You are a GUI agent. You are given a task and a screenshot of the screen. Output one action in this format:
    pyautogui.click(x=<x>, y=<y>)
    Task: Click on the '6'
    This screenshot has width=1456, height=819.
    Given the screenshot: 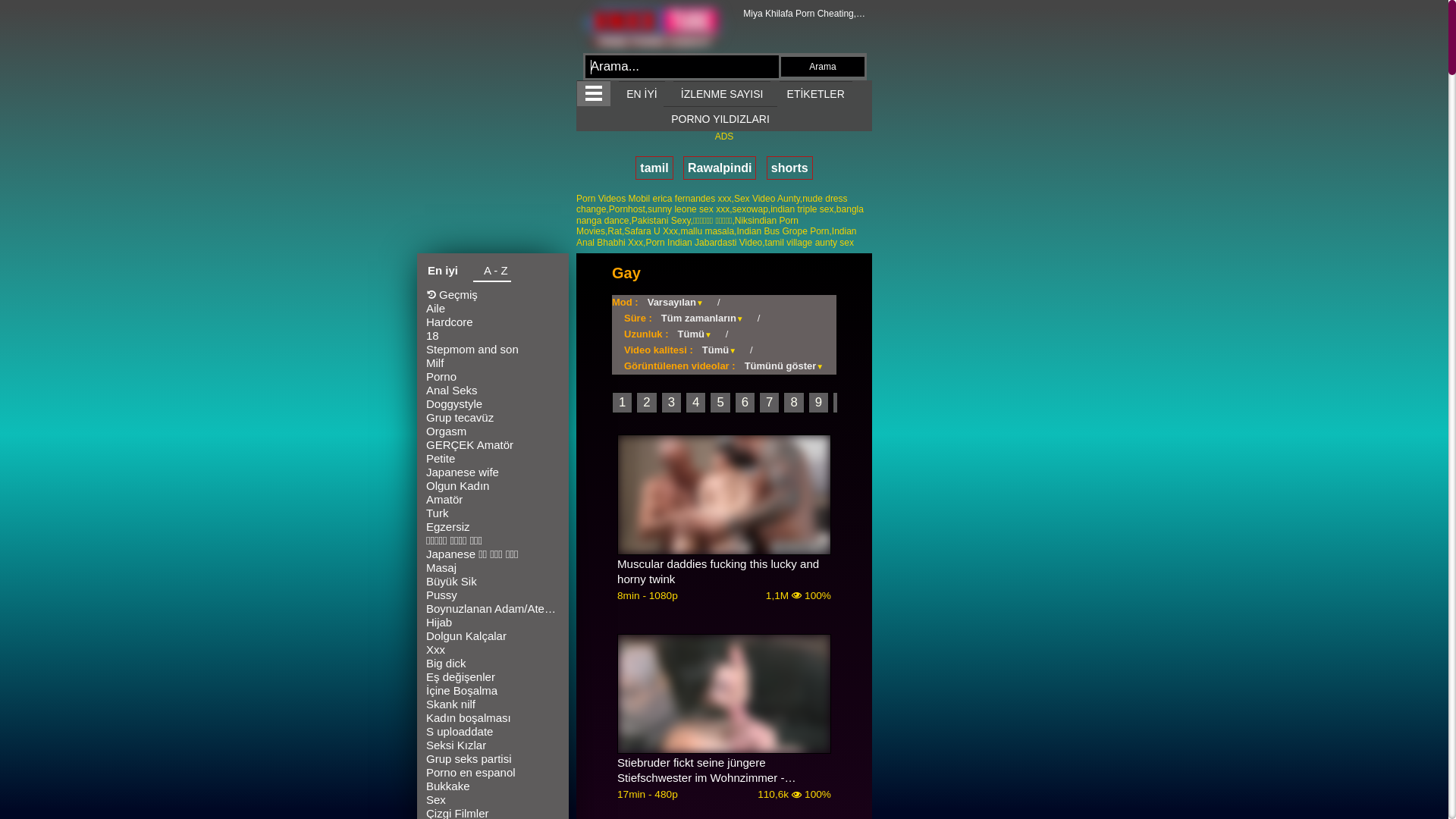 What is the action you would take?
    pyautogui.click(x=745, y=402)
    